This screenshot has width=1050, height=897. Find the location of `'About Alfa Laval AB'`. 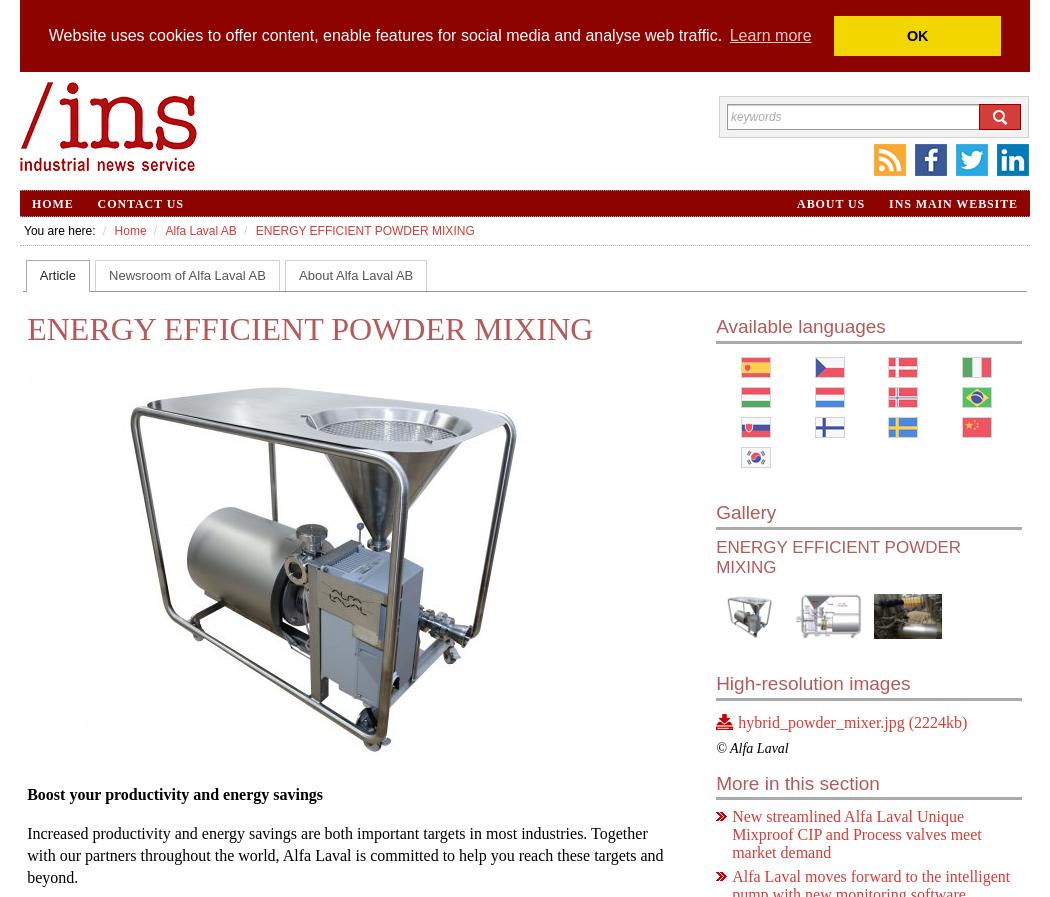

'About Alfa Laval AB' is located at coordinates (354, 273).